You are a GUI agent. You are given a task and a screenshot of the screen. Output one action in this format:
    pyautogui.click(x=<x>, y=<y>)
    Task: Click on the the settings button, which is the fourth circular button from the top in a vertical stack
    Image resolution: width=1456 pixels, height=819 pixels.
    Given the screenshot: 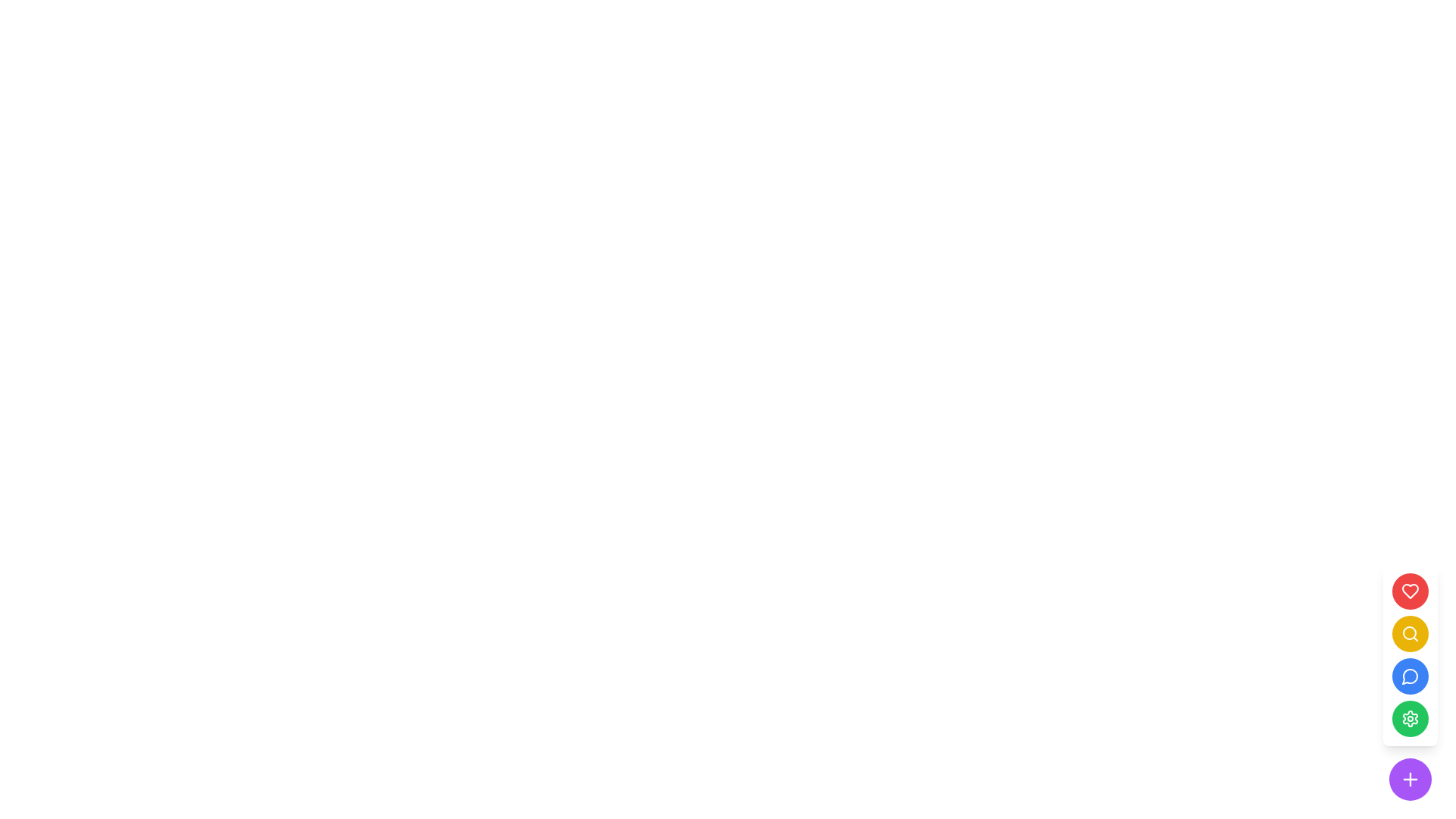 What is the action you would take?
    pyautogui.click(x=1410, y=718)
    